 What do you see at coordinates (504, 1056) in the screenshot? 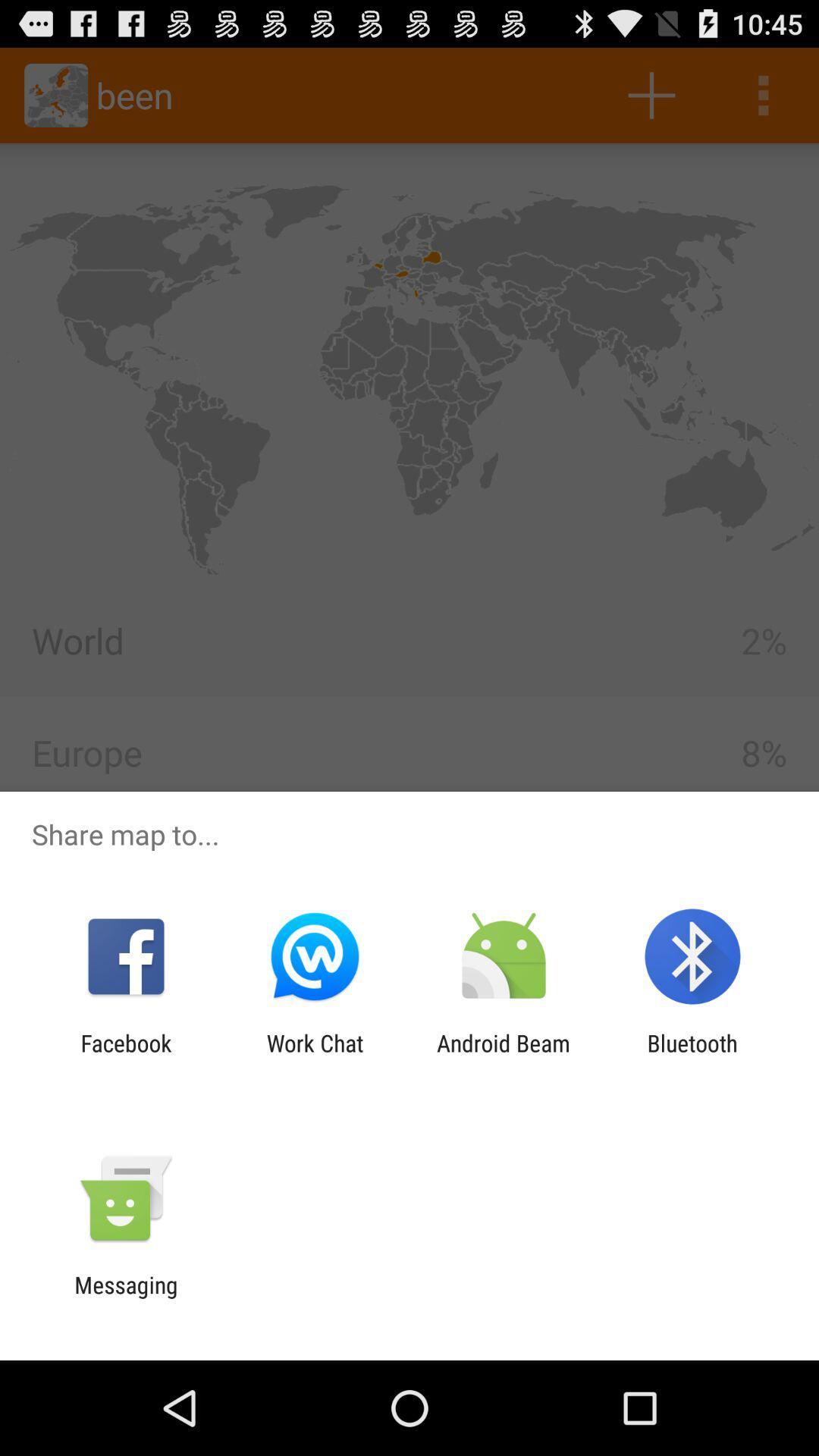
I see `the app next to bluetooth item` at bounding box center [504, 1056].